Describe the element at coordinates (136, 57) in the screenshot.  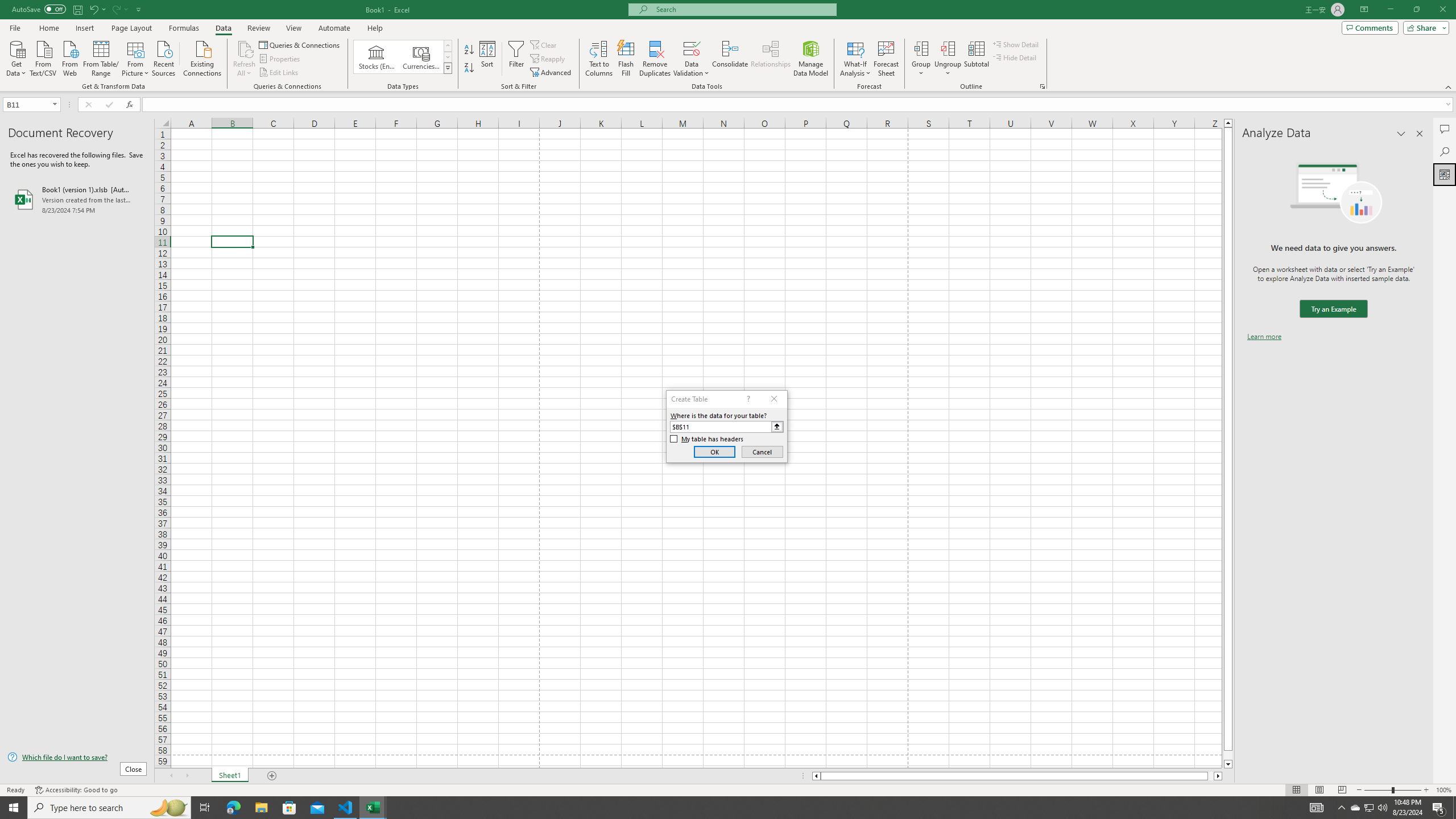
I see `'From Picture'` at that location.